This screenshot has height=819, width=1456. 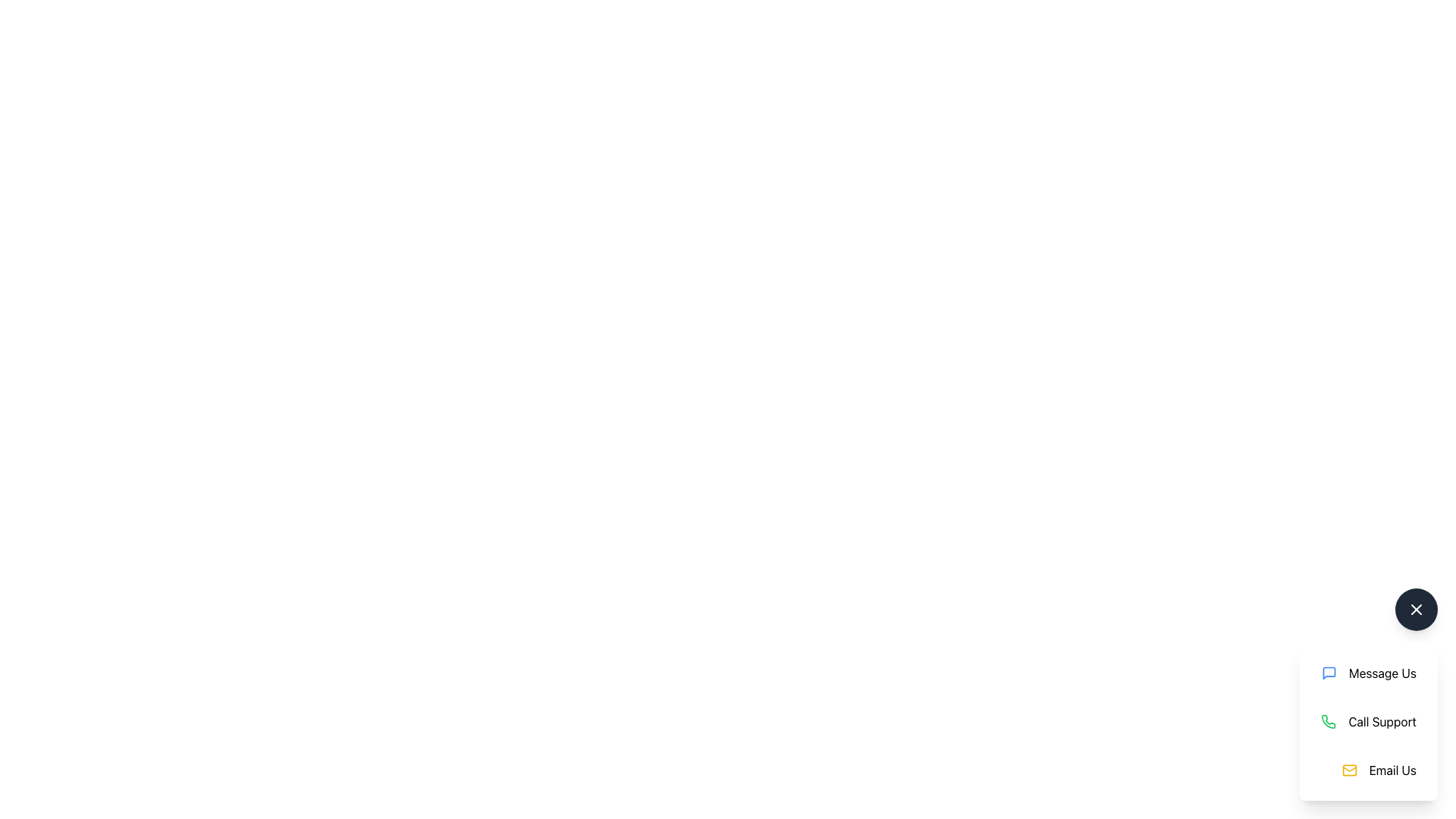 What do you see at coordinates (1382, 721) in the screenshot?
I see `the 'Call Support' text label, which is the second item in the vertical menu list located in the bottom-right corner of the interface, right-aligned and positioned next to a green phone icon` at bounding box center [1382, 721].